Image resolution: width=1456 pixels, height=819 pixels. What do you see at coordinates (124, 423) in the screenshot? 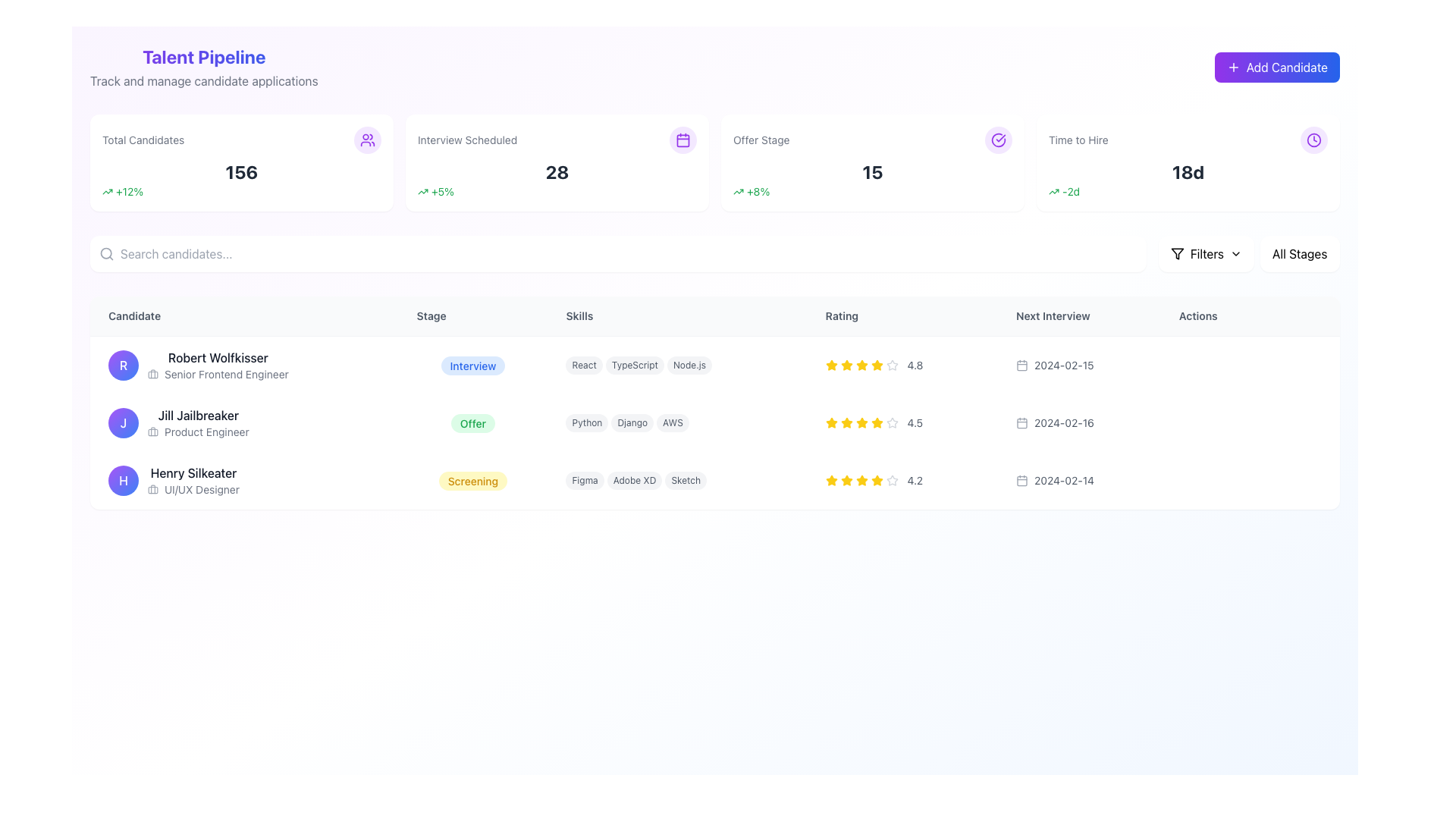
I see `the circular badge with a gradient background and the character 'J' in white, located next to 'Jill Jailbreaker' in the candidate list` at bounding box center [124, 423].